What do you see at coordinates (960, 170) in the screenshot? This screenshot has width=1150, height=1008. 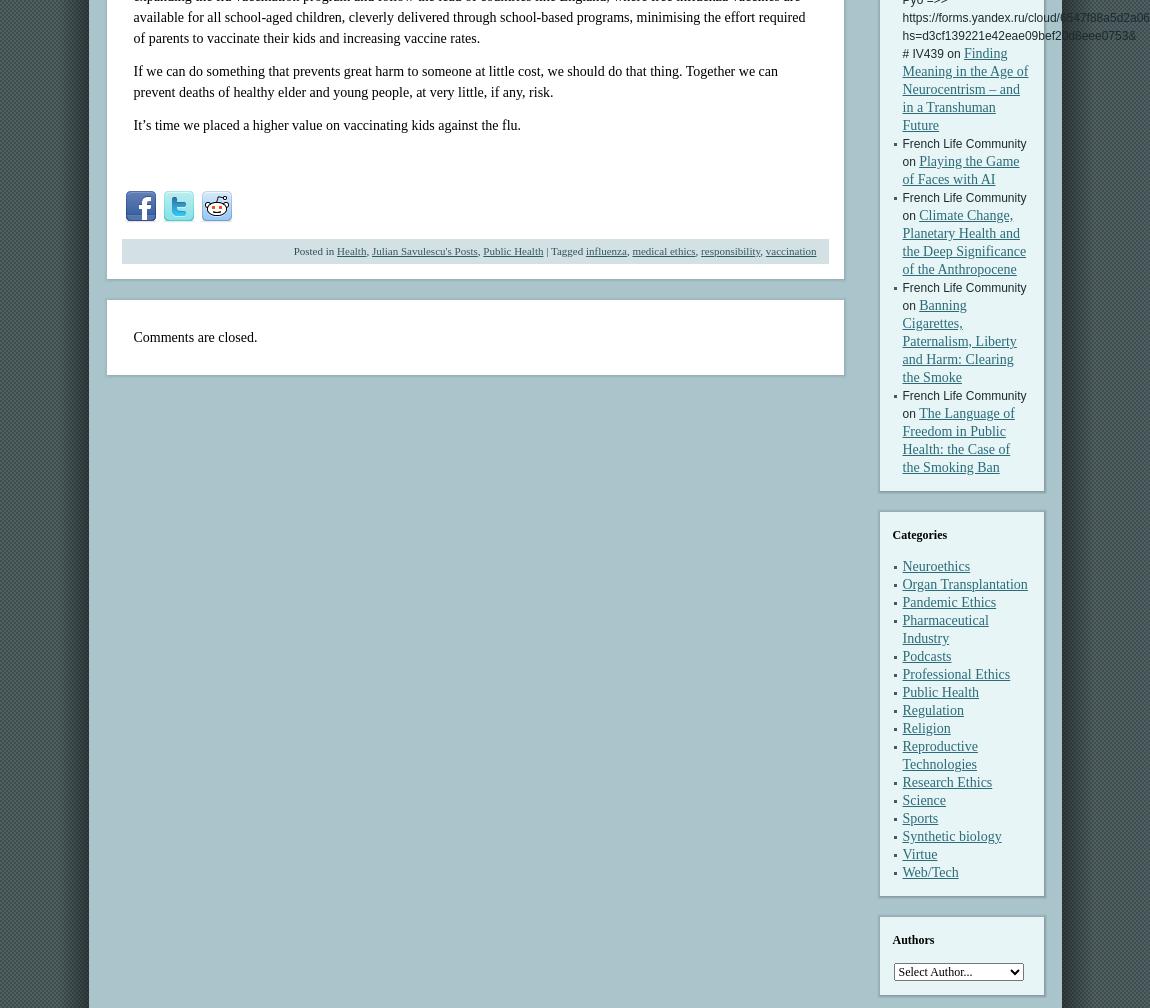 I see `'Playing the Game of Faces with AI'` at bounding box center [960, 170].